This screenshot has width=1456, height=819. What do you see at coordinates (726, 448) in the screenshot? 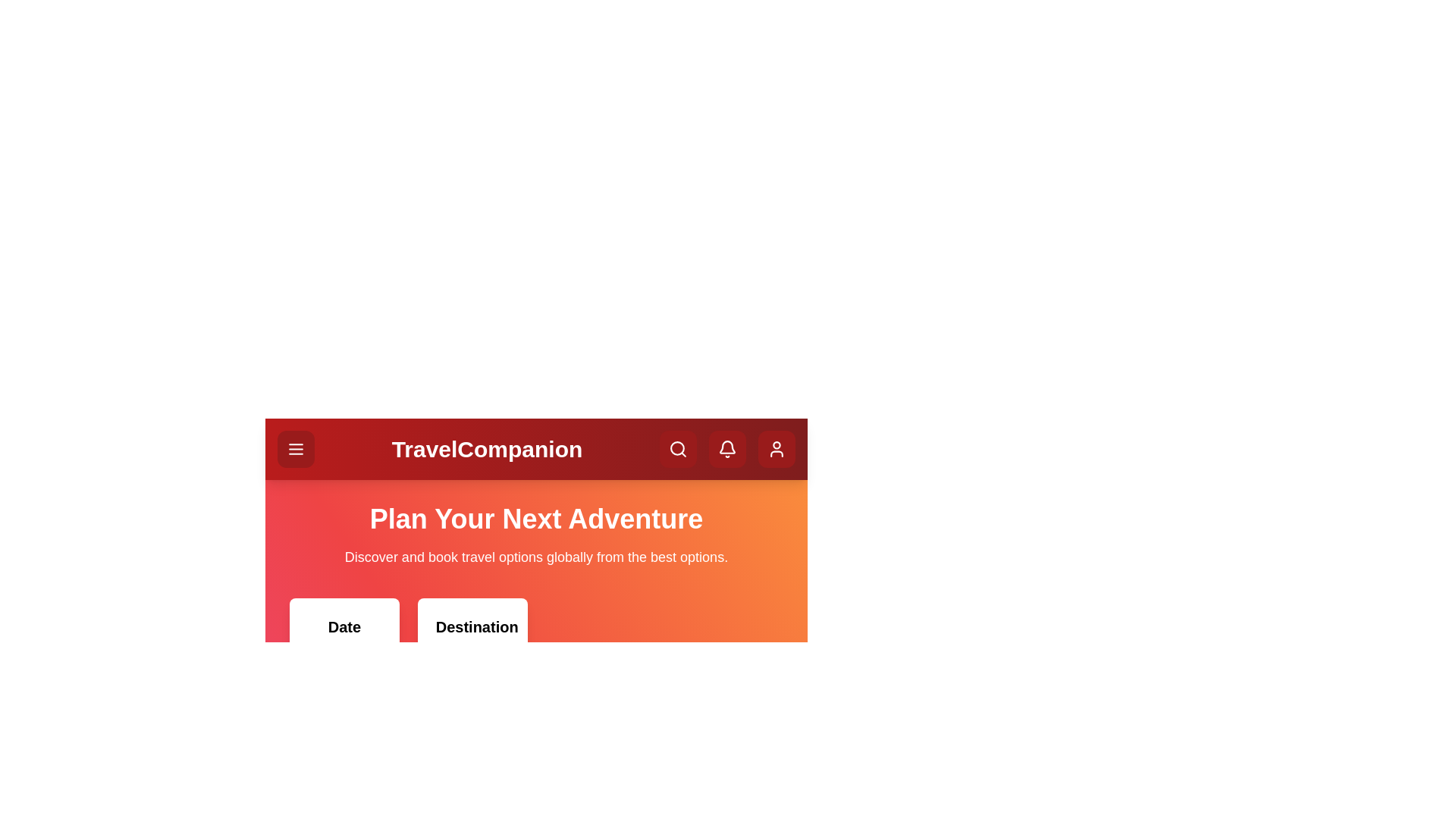
I see `the bell icon to view notifications` at bounding box center [726, 448].